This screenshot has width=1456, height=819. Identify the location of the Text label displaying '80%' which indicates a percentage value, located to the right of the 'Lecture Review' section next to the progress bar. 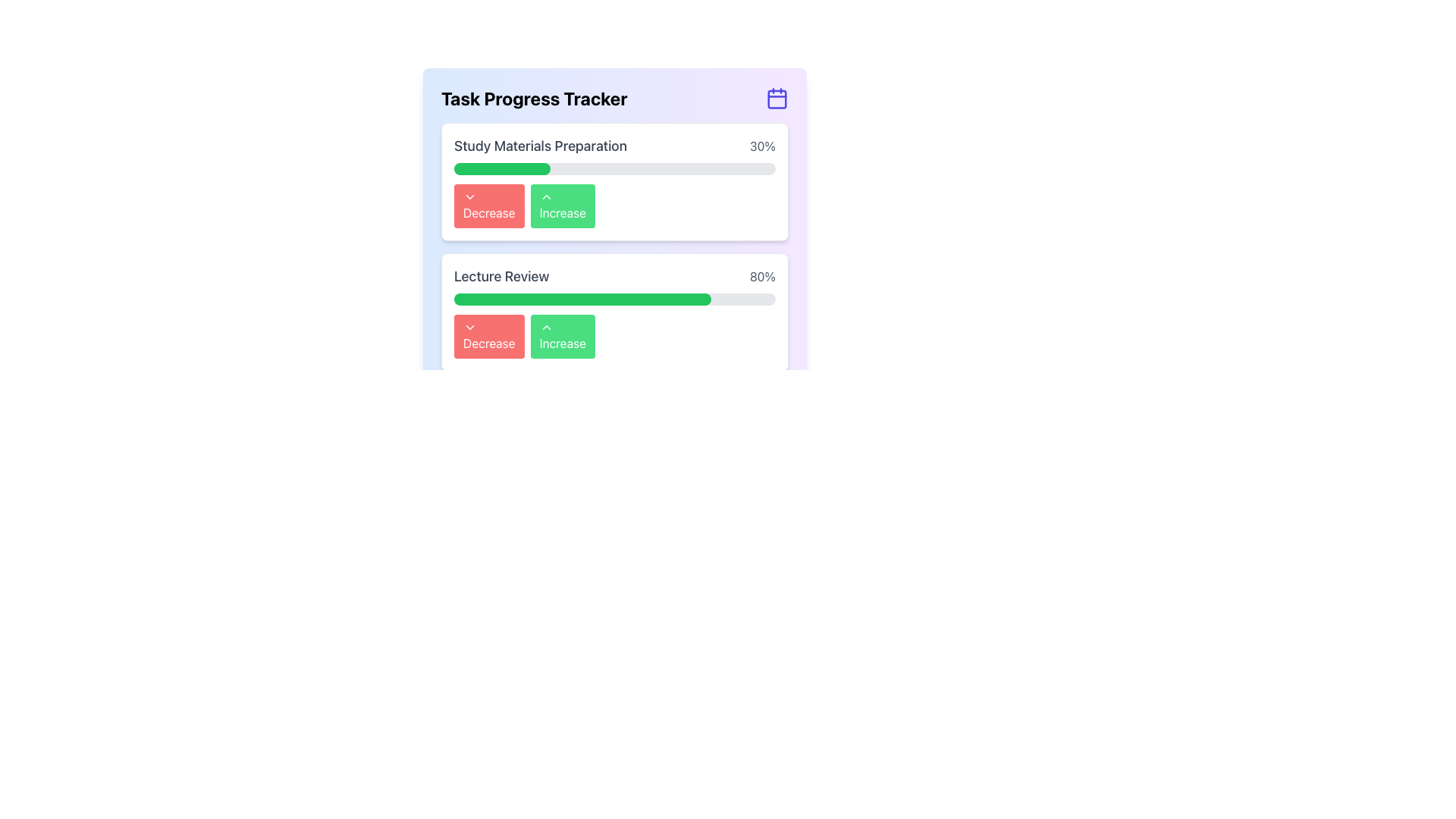
(762, 277).